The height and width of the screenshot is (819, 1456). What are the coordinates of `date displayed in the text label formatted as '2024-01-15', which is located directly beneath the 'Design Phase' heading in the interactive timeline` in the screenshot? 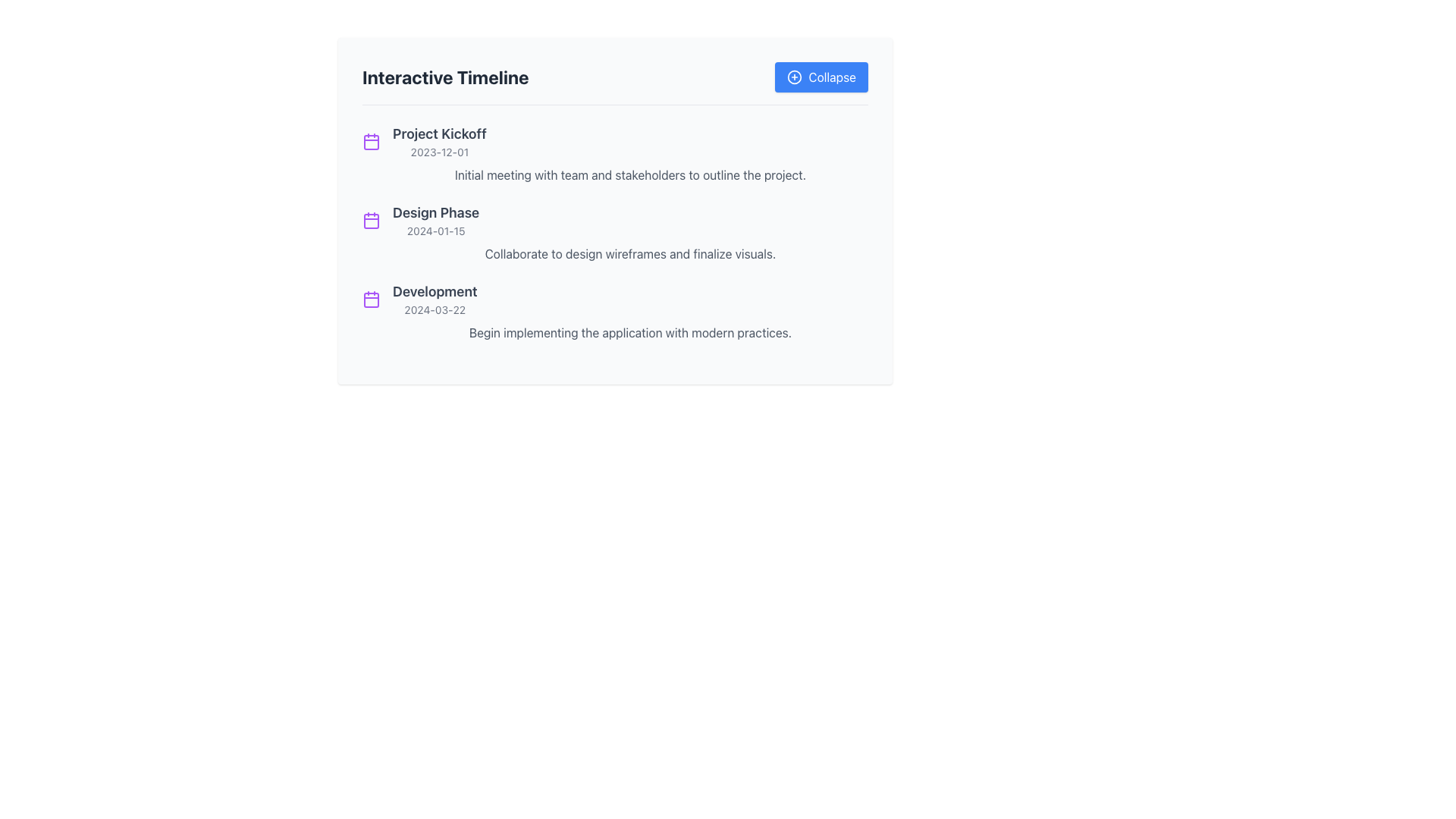 It's located at (435, 231).